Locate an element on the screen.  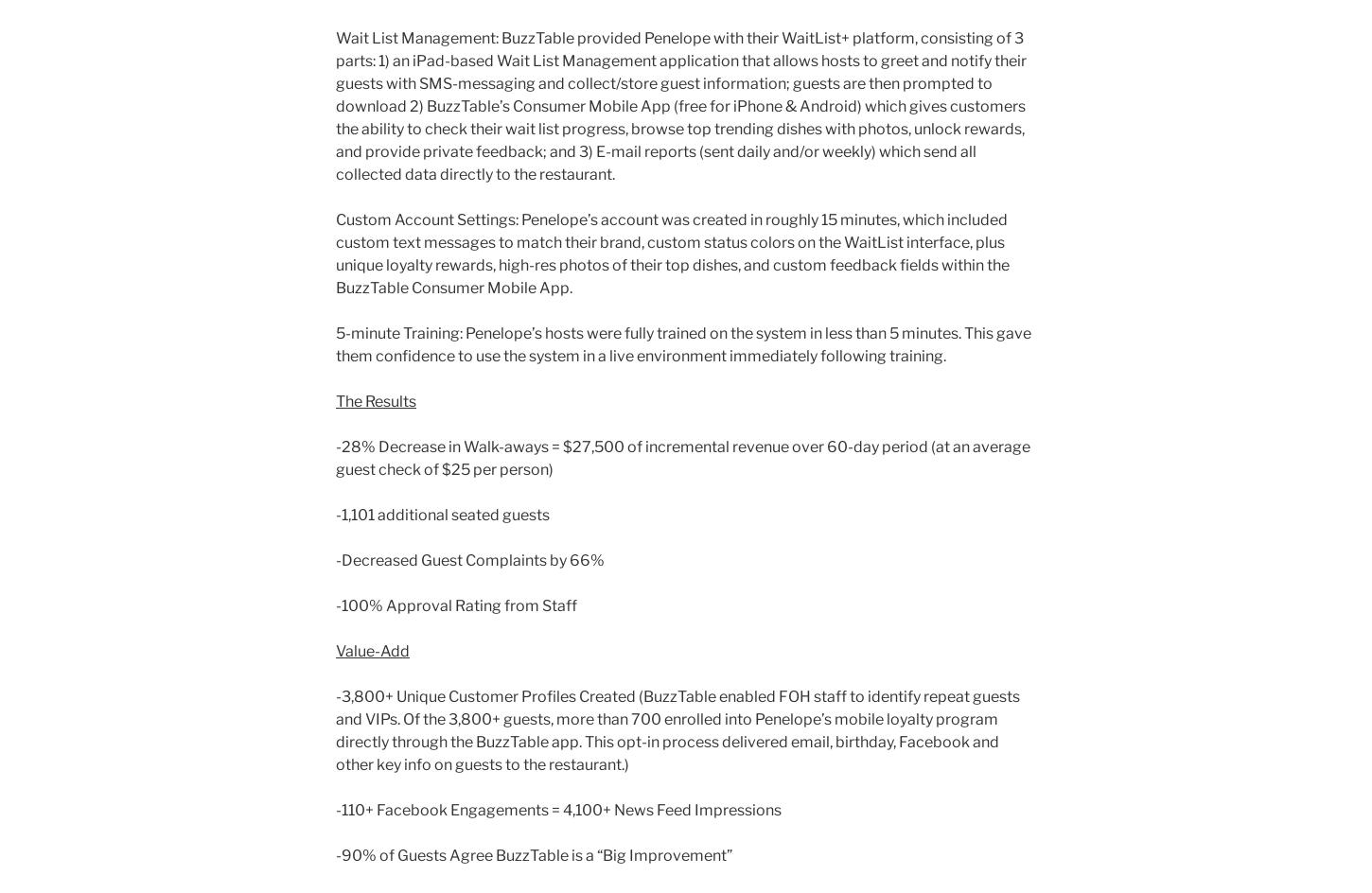
'Custom Account Settings: Penelope’s account was created in roughly 15 minutes, which included custom text messages to match their brand, custom status colors on the WaitList interface, plus unique loyalty rewards, high-res photos of their top dishes, and custom feedback fields within the BuzzTable Consumer Mobile App.' is located at coordinates (671, 254).